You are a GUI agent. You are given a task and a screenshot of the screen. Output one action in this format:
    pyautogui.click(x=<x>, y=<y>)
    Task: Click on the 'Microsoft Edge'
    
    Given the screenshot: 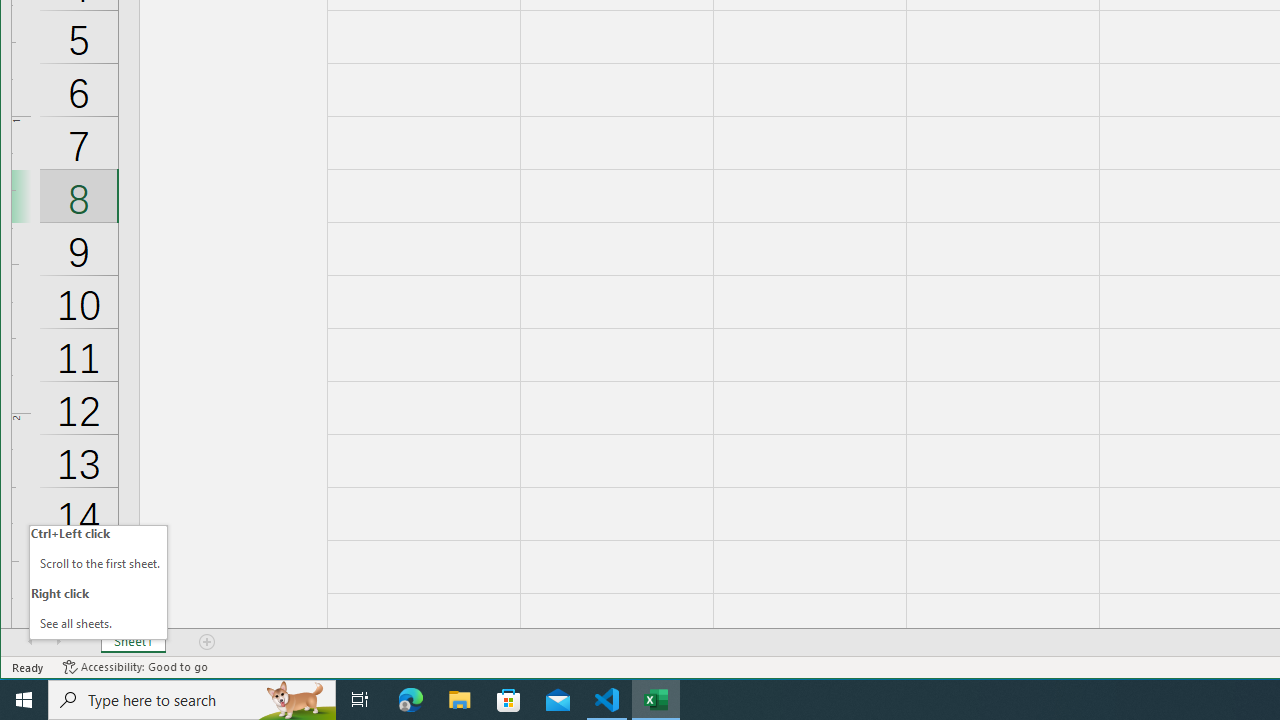 What is the action you would take?
    pyautogui.click(x=410, y=698)
    